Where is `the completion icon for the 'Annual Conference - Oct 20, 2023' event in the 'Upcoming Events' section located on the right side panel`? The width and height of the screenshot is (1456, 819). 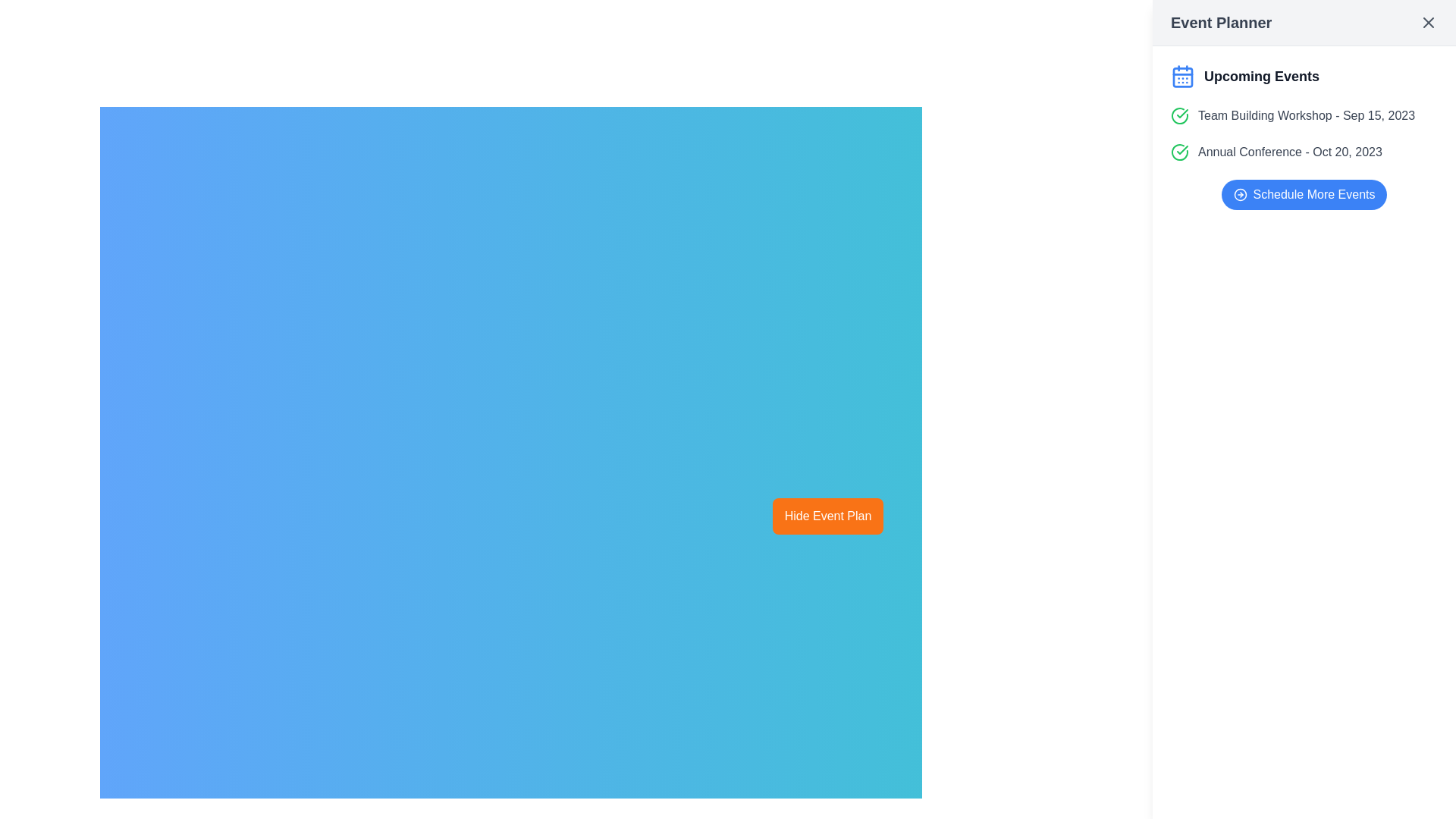
the completion icon for the 'Annual Conference - Oct 20, 2023' event in the 'Upcoming Events' section located on the right side panel is located at coordinates (1178, 152).